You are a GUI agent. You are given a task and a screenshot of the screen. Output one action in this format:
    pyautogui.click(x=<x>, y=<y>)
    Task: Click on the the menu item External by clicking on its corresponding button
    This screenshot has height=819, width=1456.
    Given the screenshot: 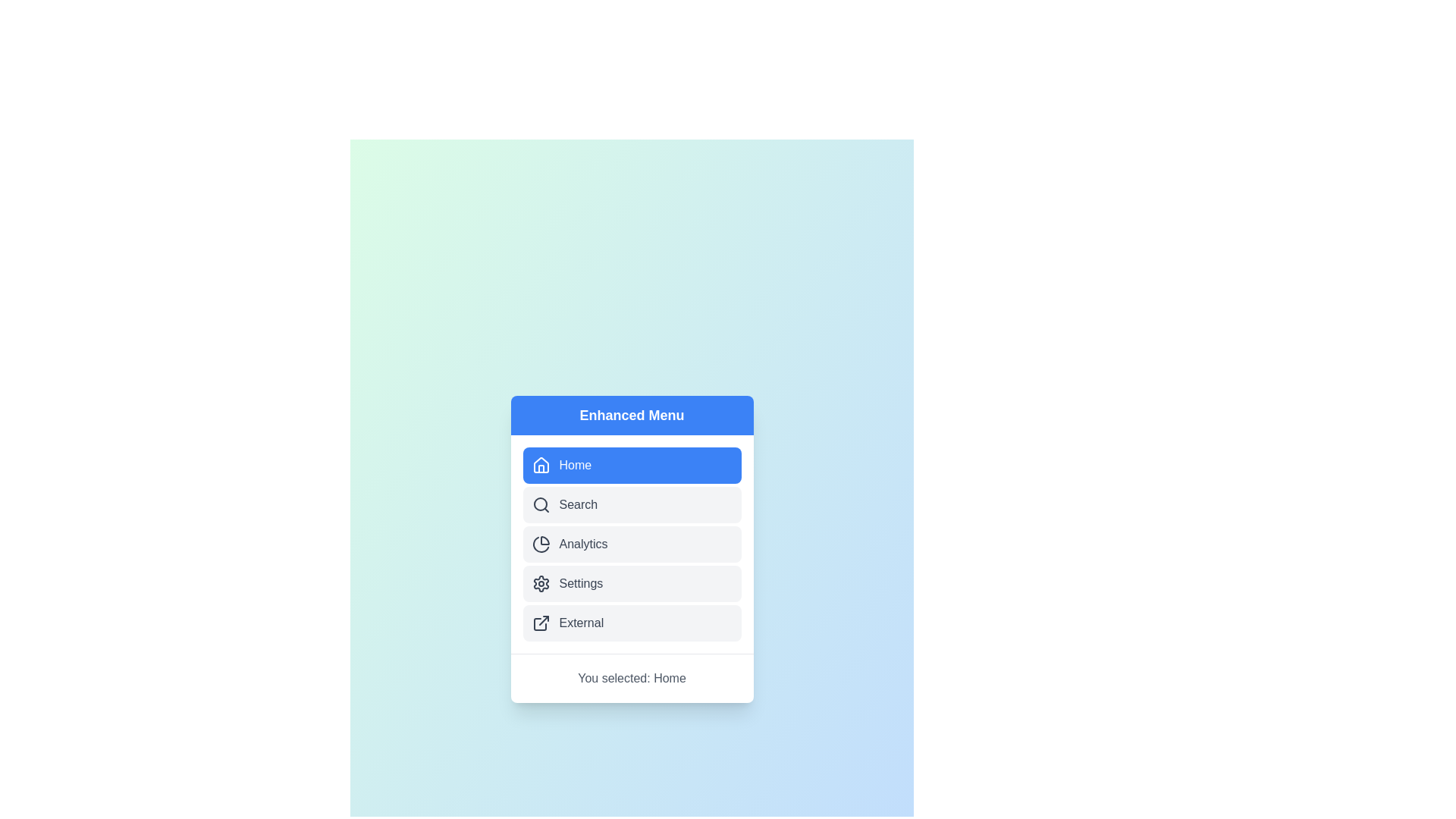 What is the action you would take?
    pyautogui.click(x=632, y=623)
    